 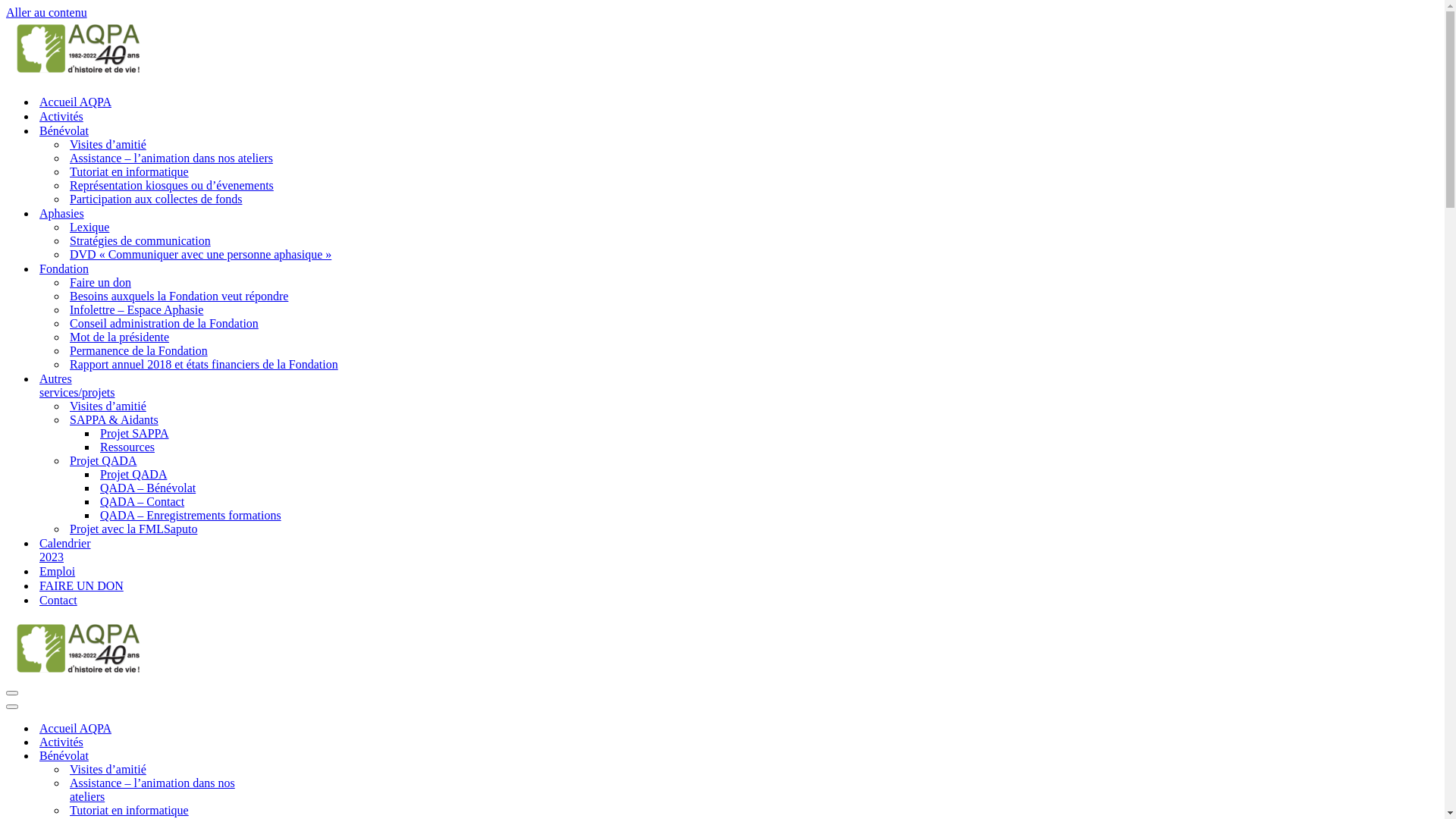 I want to click on 'Aphasies', so click(x=61, y=213).